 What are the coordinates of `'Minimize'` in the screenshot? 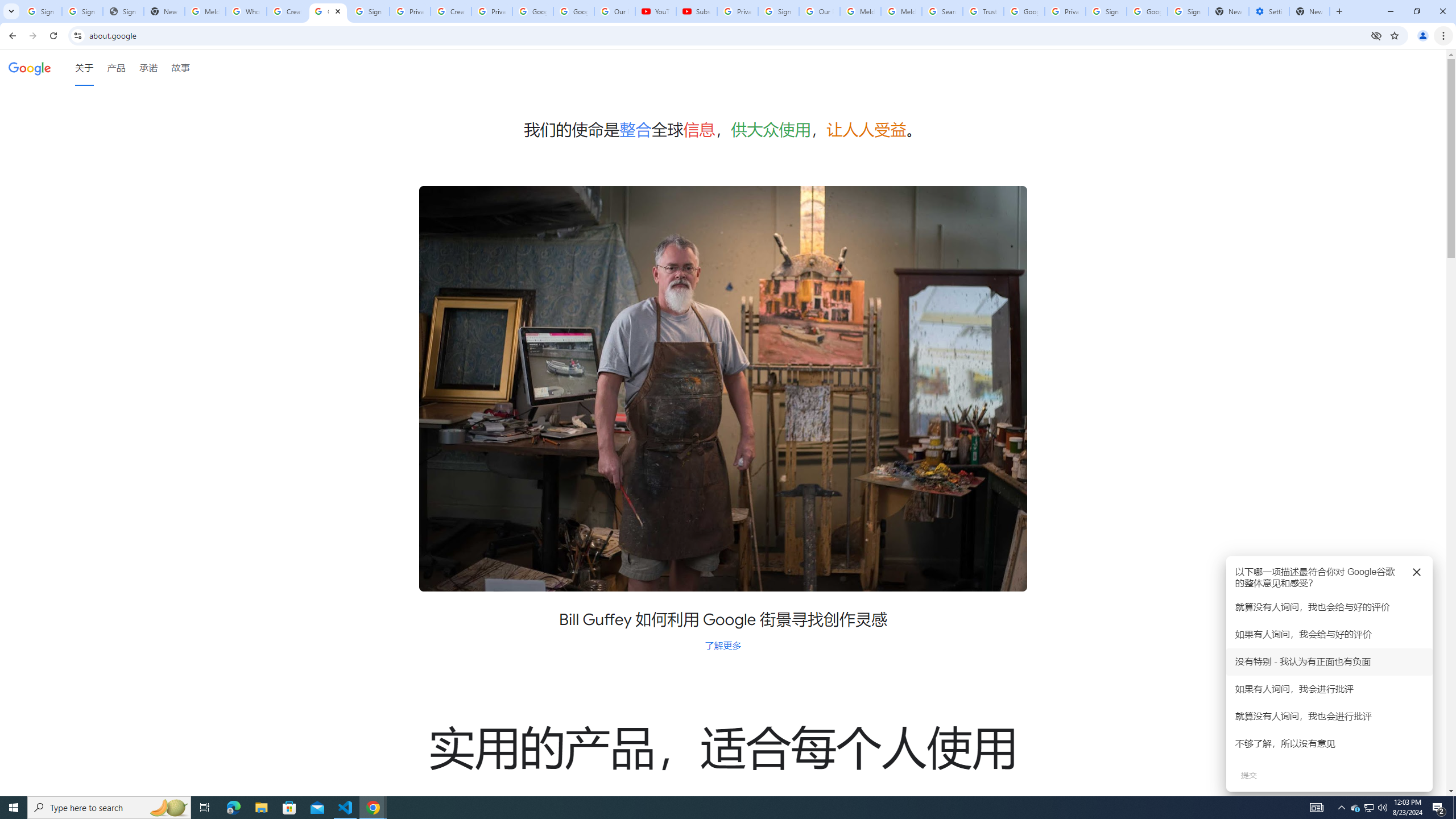 It's located at (1389, 11).